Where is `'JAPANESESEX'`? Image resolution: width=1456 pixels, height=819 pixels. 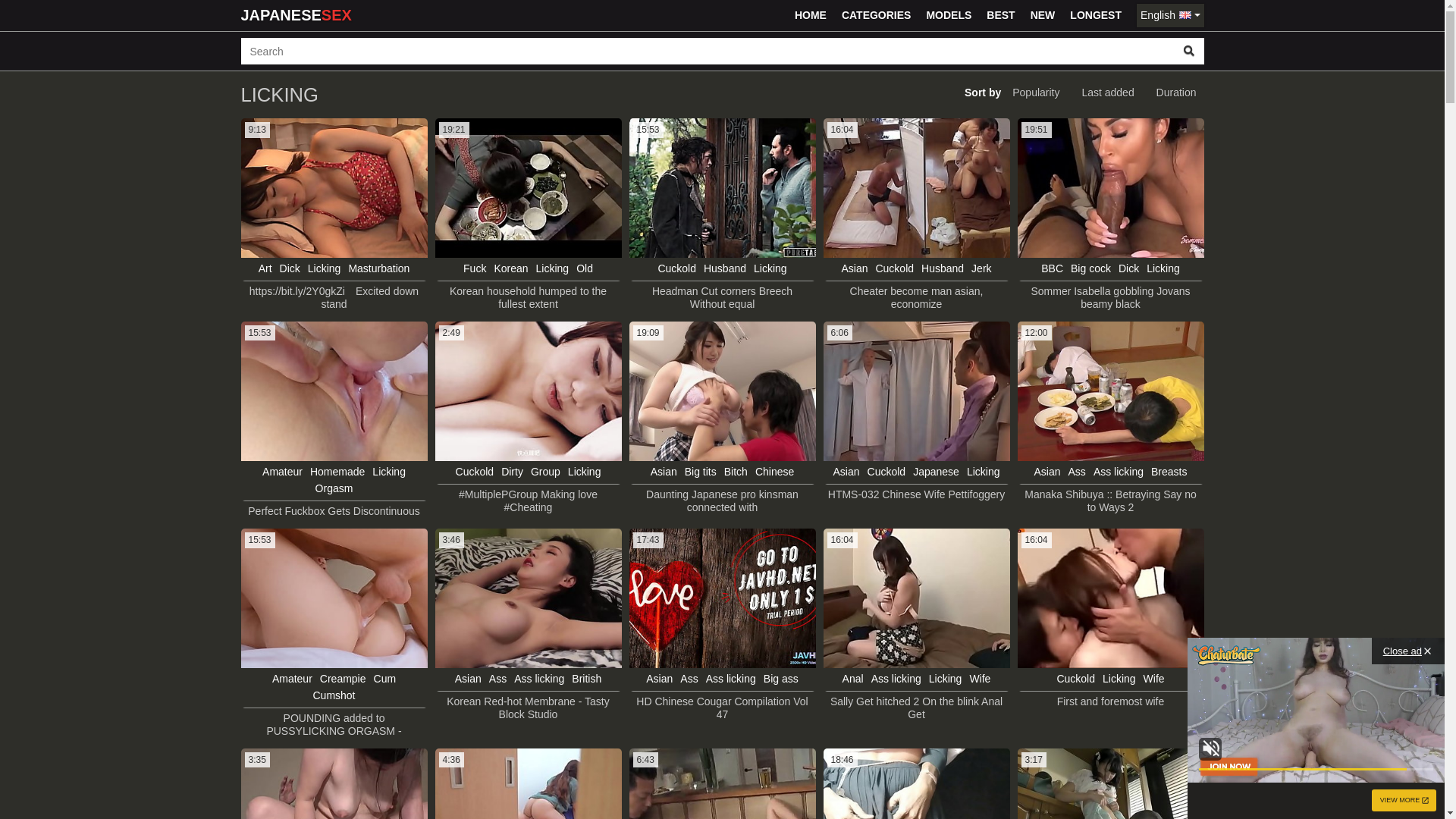
'JAPANESESEX' is located at coordinates (240, 15).